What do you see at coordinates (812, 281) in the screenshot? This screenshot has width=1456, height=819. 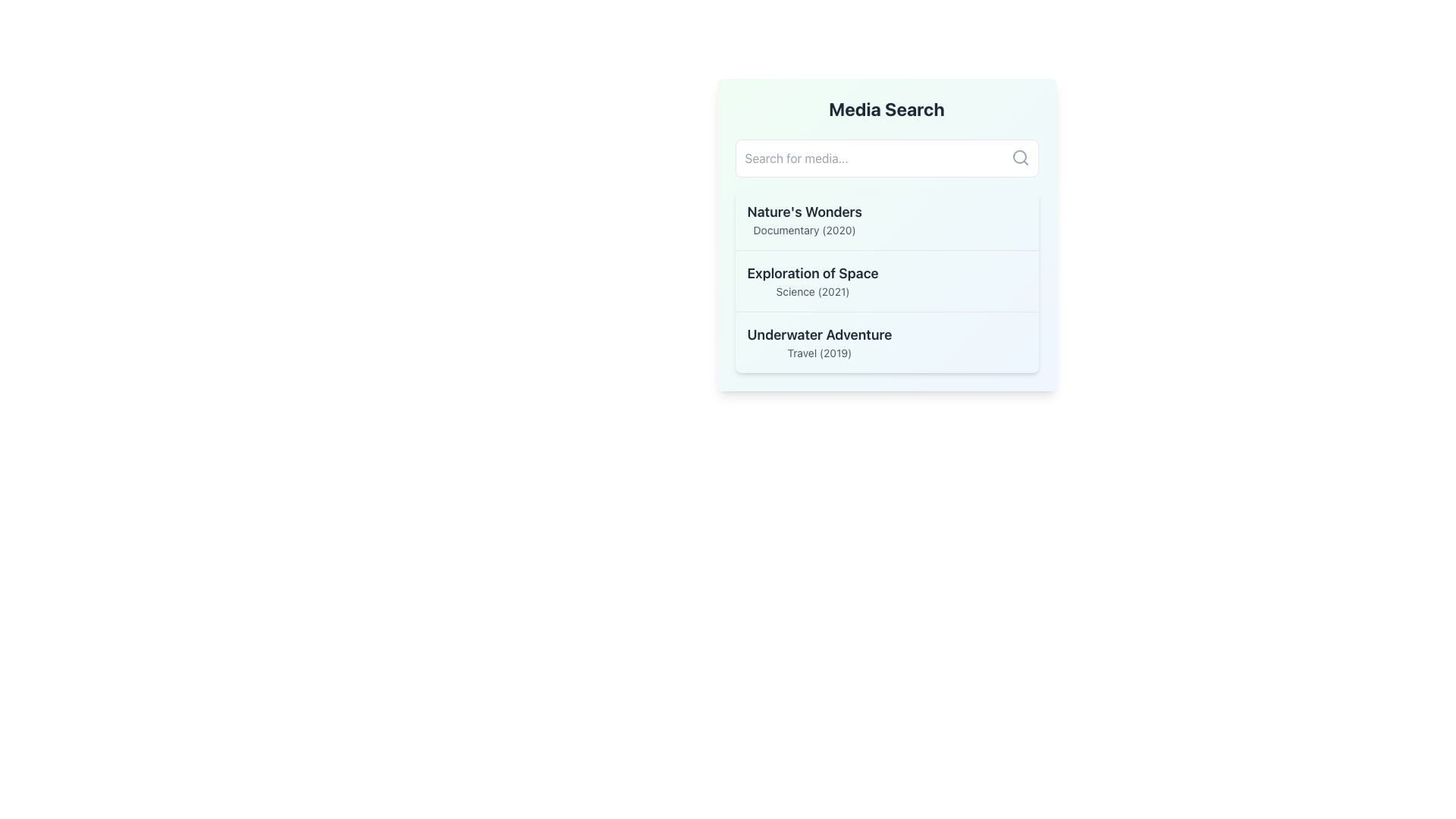 I see `the second list item displaying 'Exploration of Space' in bold text, which is positioned between 'Nature's Wonders' and 'Underwater Adventure'` at bounding box center [812, 281].